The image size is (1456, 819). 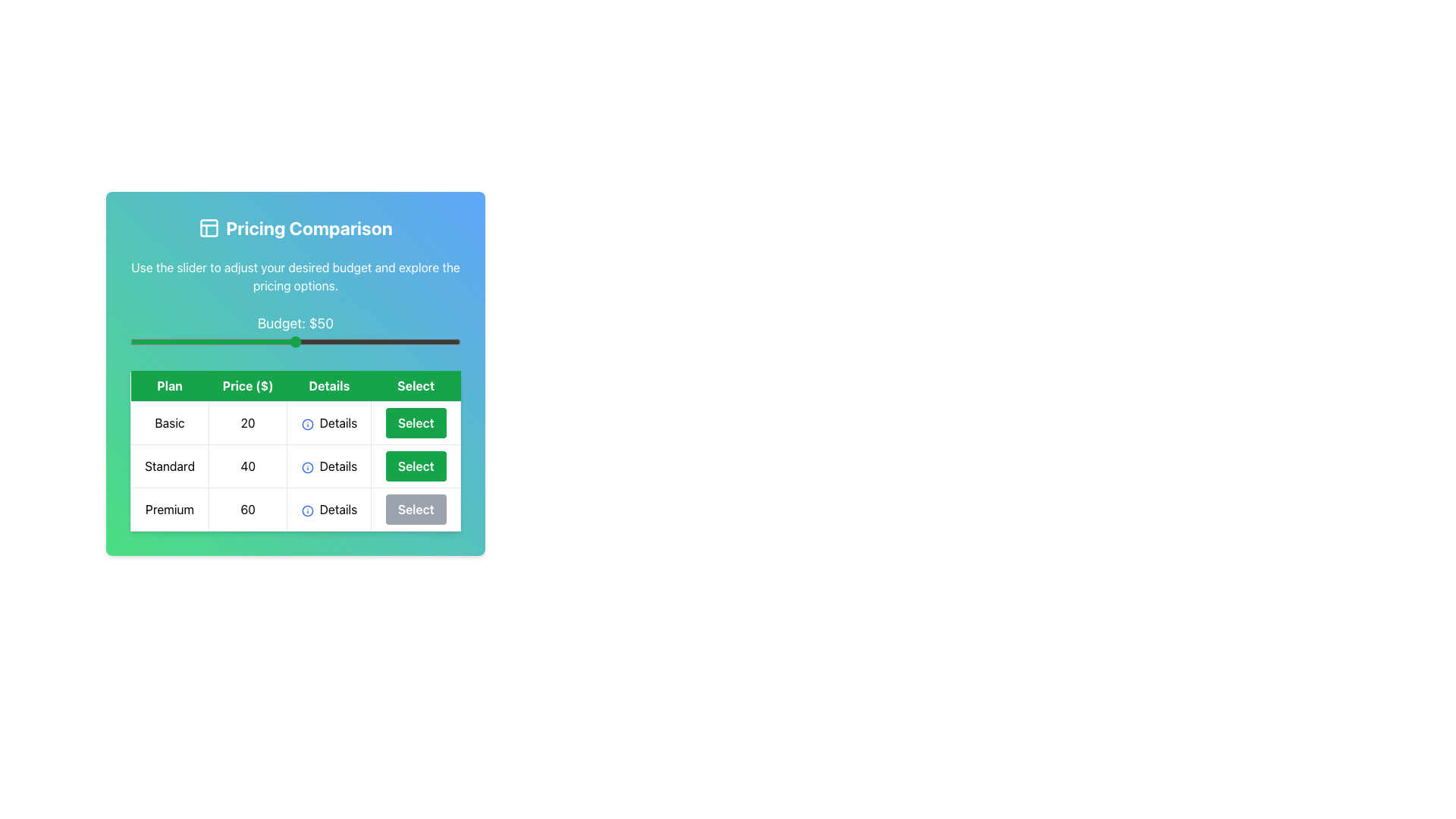 What do you see at coordinates (421, 342) in the screenshot?
I see `the budget` at bounding box center [421, 342].